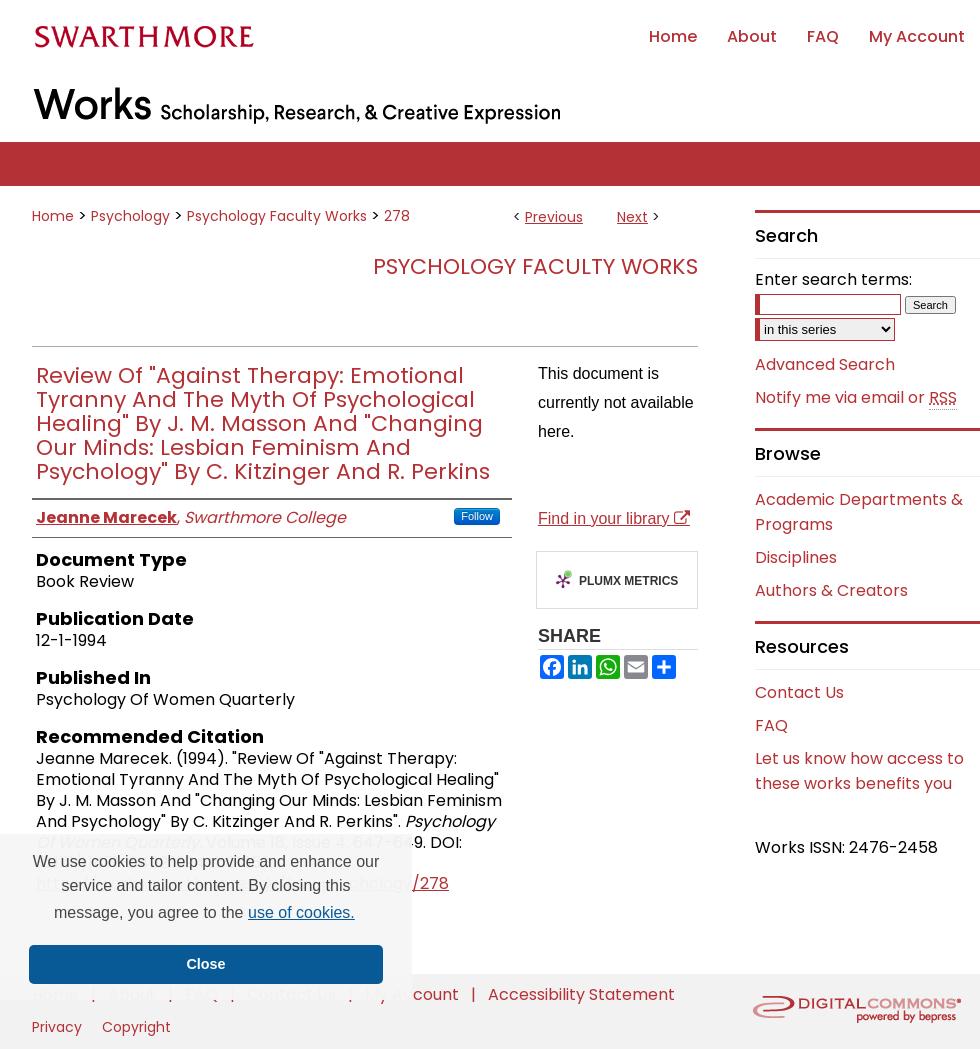  I want to click on 'Psychology Of Women Quarterly.', so click(265, 830).